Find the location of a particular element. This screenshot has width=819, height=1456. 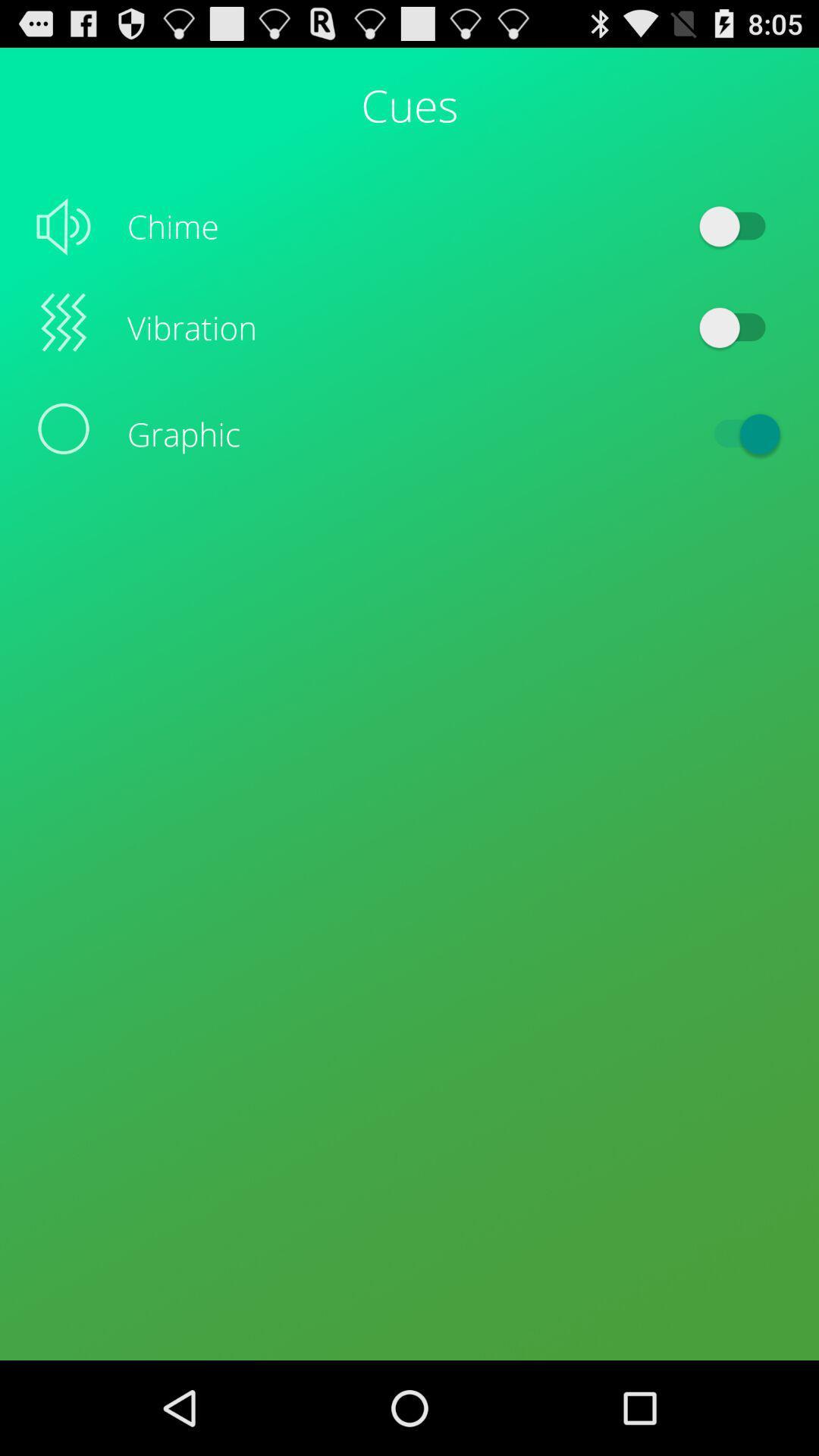

the item next to vibration item is located at coordinates (739, 327).